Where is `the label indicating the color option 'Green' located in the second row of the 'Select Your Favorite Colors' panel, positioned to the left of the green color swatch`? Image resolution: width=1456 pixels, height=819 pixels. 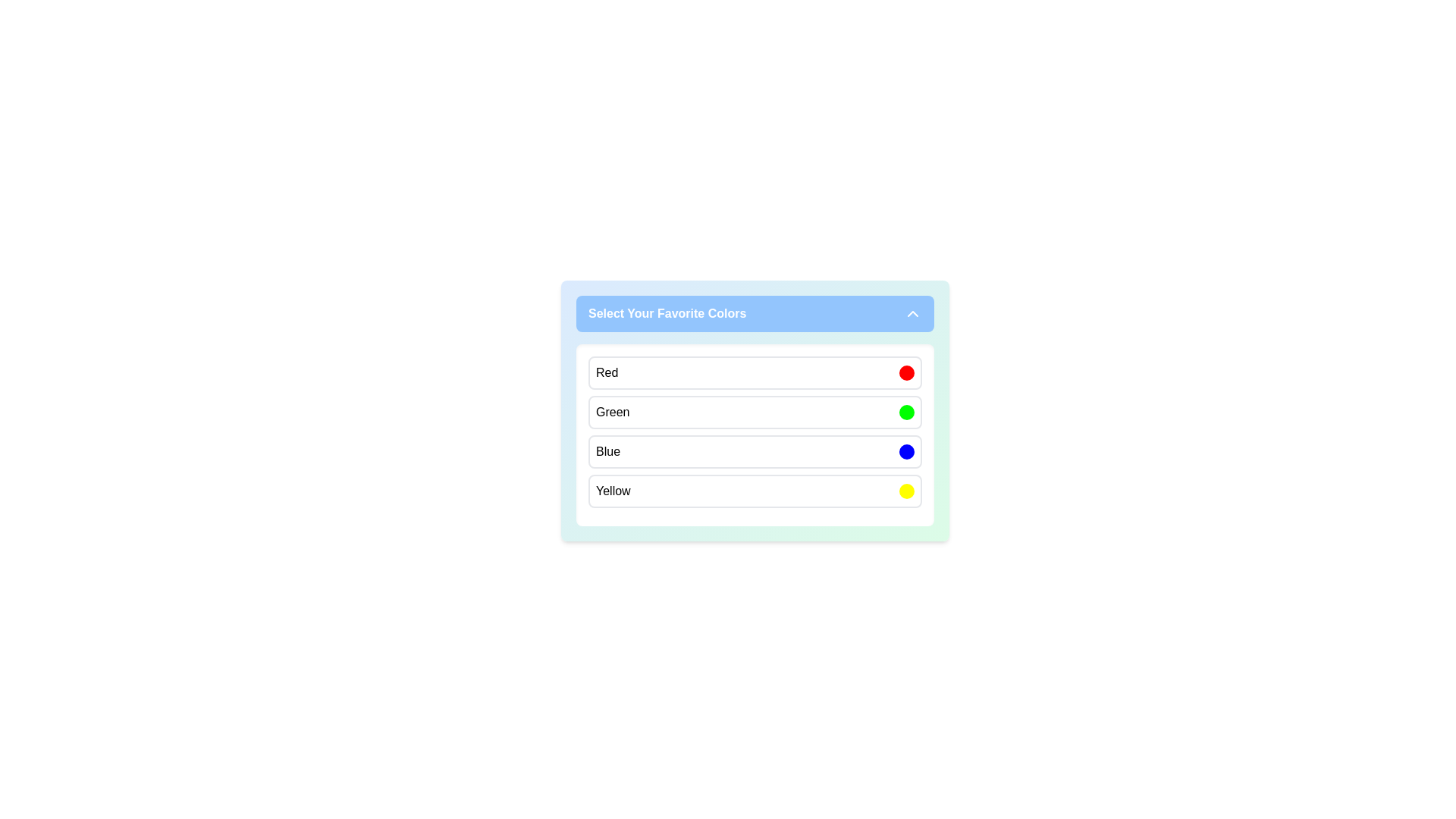
the label indicating the color option 'Green' located in the second row of the 'Select Your Favorite Colors' panel, positioned to the left of the green color swatch is located at coordinates (613, 412).